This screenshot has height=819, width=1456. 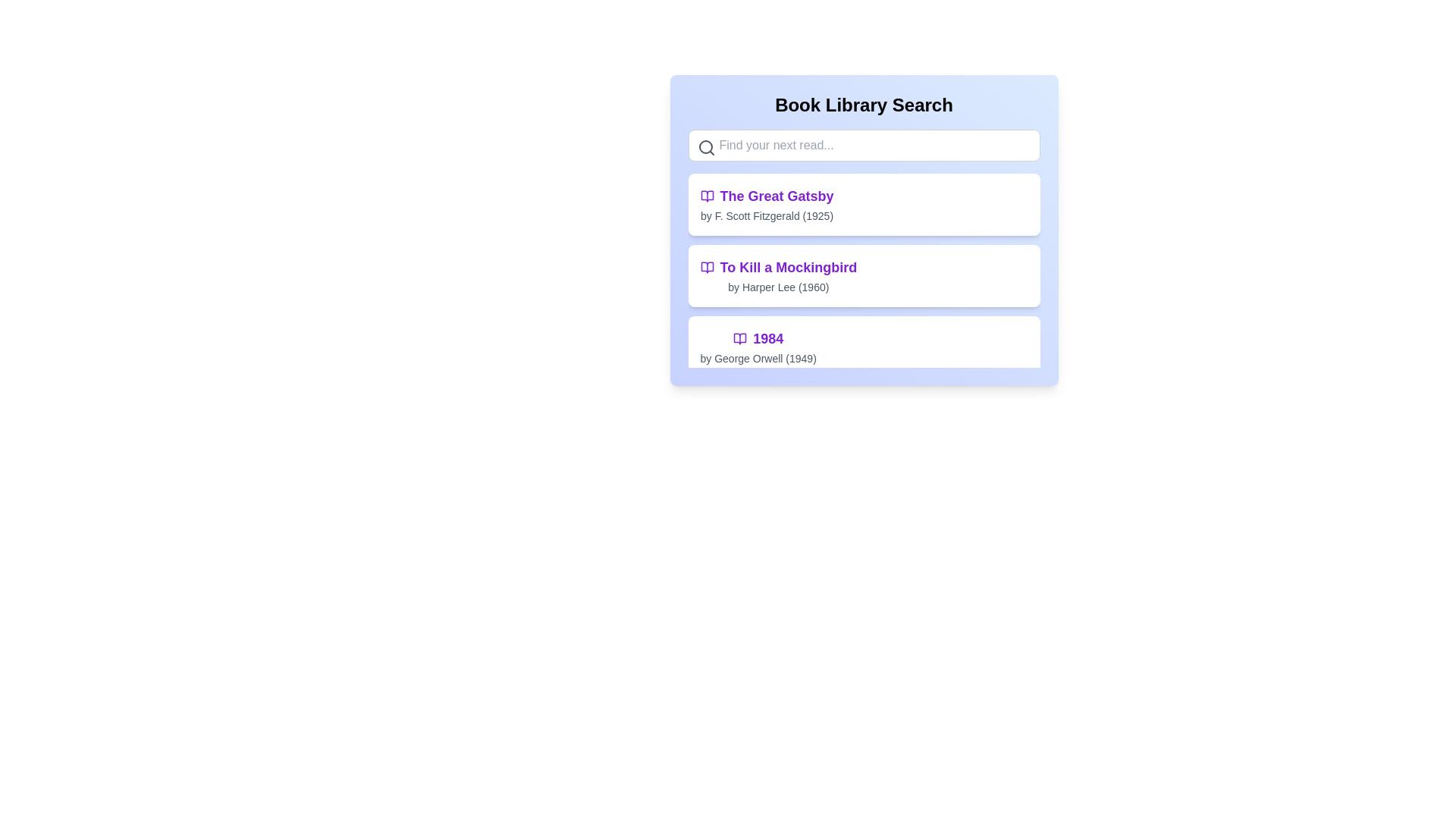 I want to click on the open book icon filled with purple color, representing the book '1984' by George Orwell, located as the third item in the list, so click(x=740, y=338).